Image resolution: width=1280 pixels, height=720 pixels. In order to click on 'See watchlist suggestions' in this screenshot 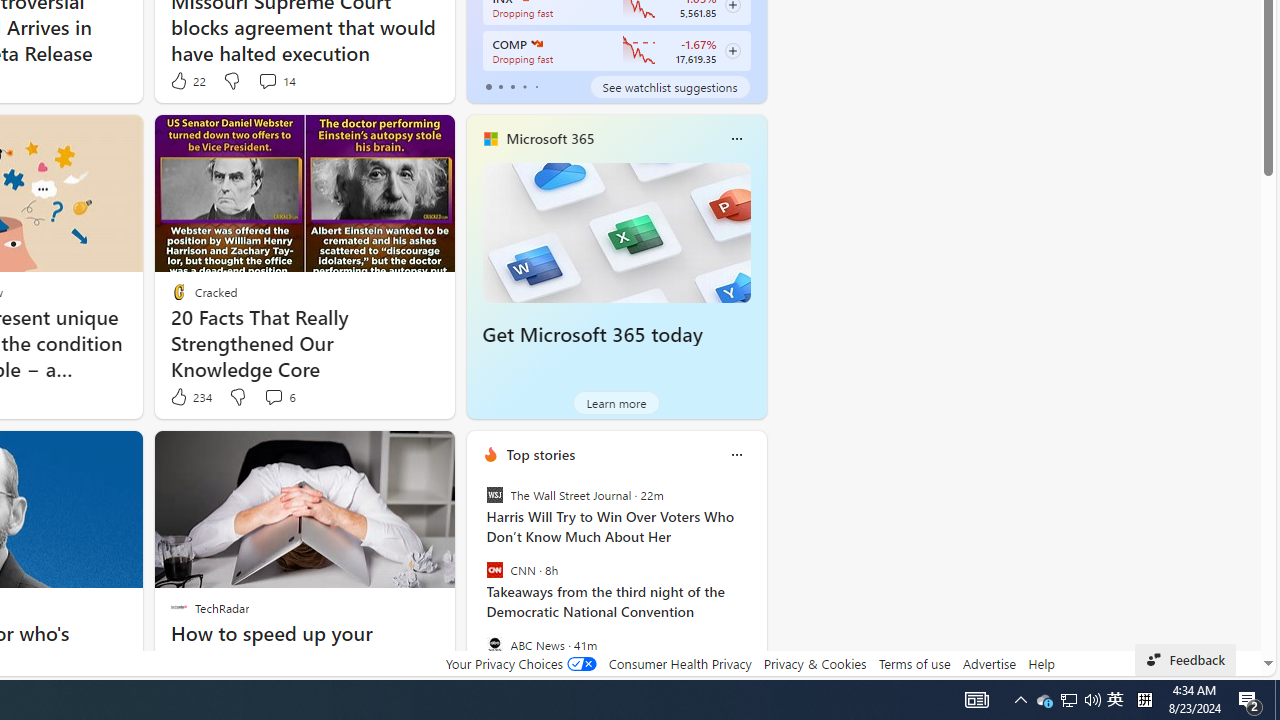, I will do `click(670, 86)`.